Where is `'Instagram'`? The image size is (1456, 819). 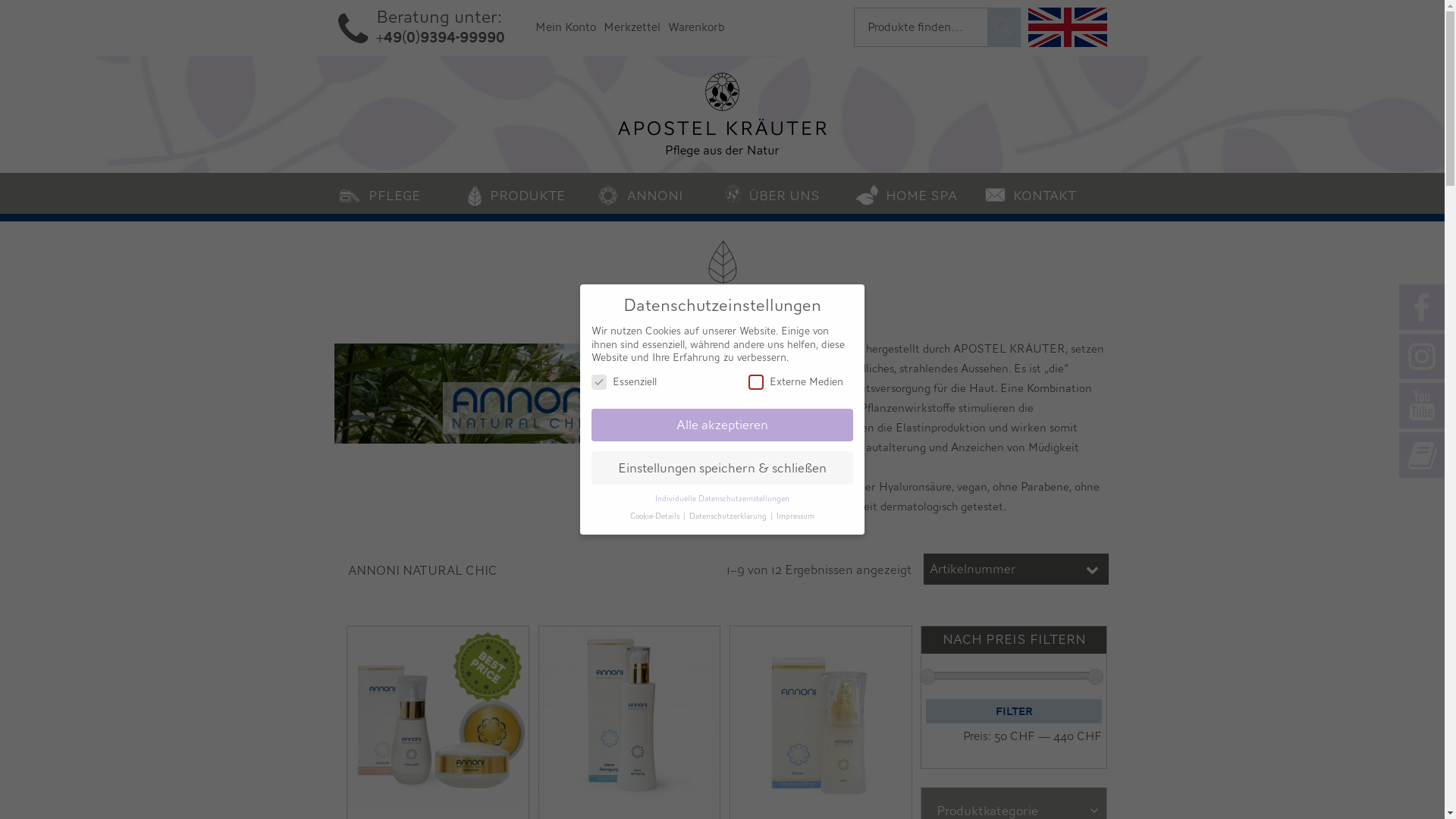
'Instagram' is located at coordinates (1421, 356).